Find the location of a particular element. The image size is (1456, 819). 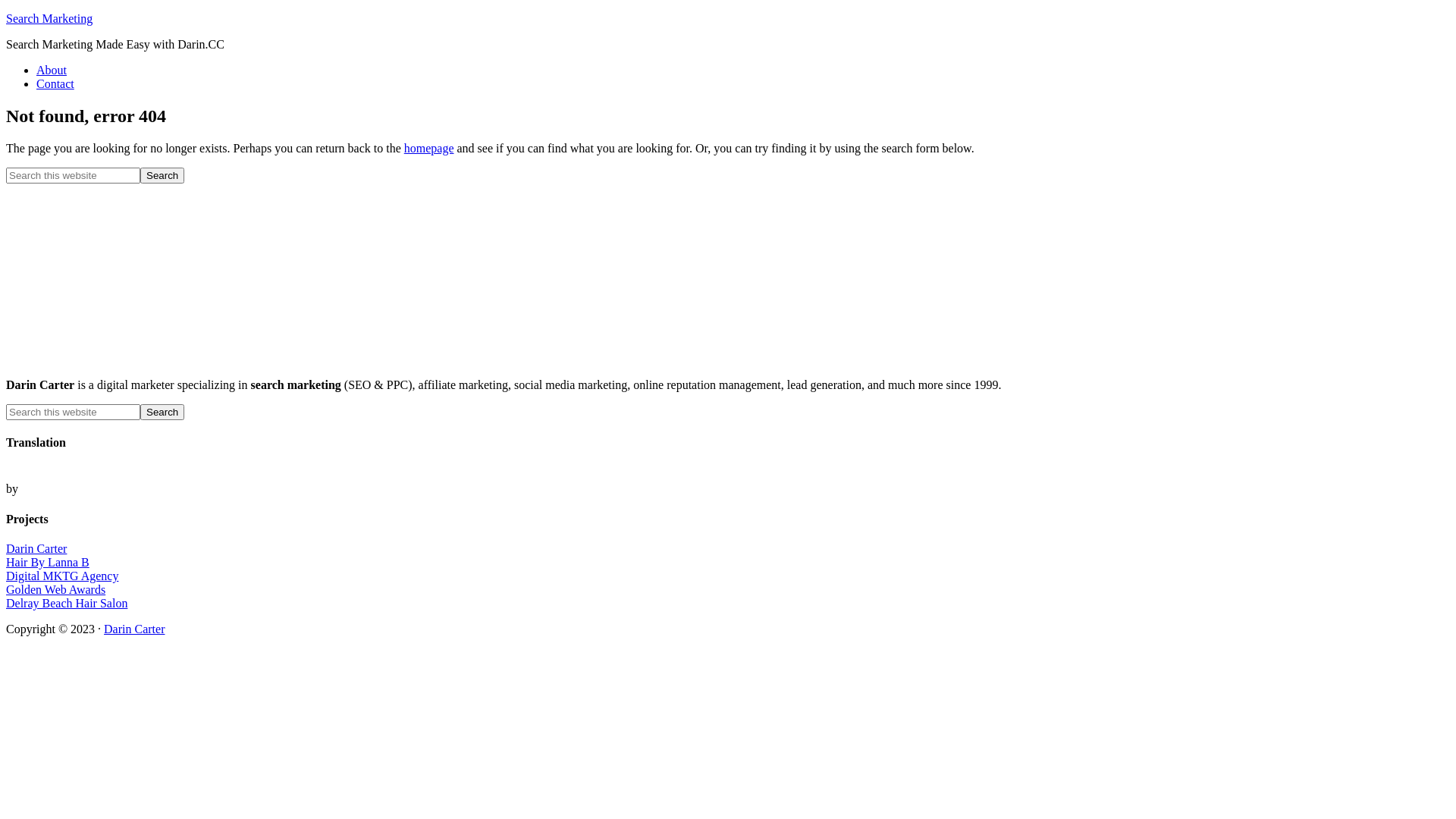

'Search' is located at coordinates (162, 412).